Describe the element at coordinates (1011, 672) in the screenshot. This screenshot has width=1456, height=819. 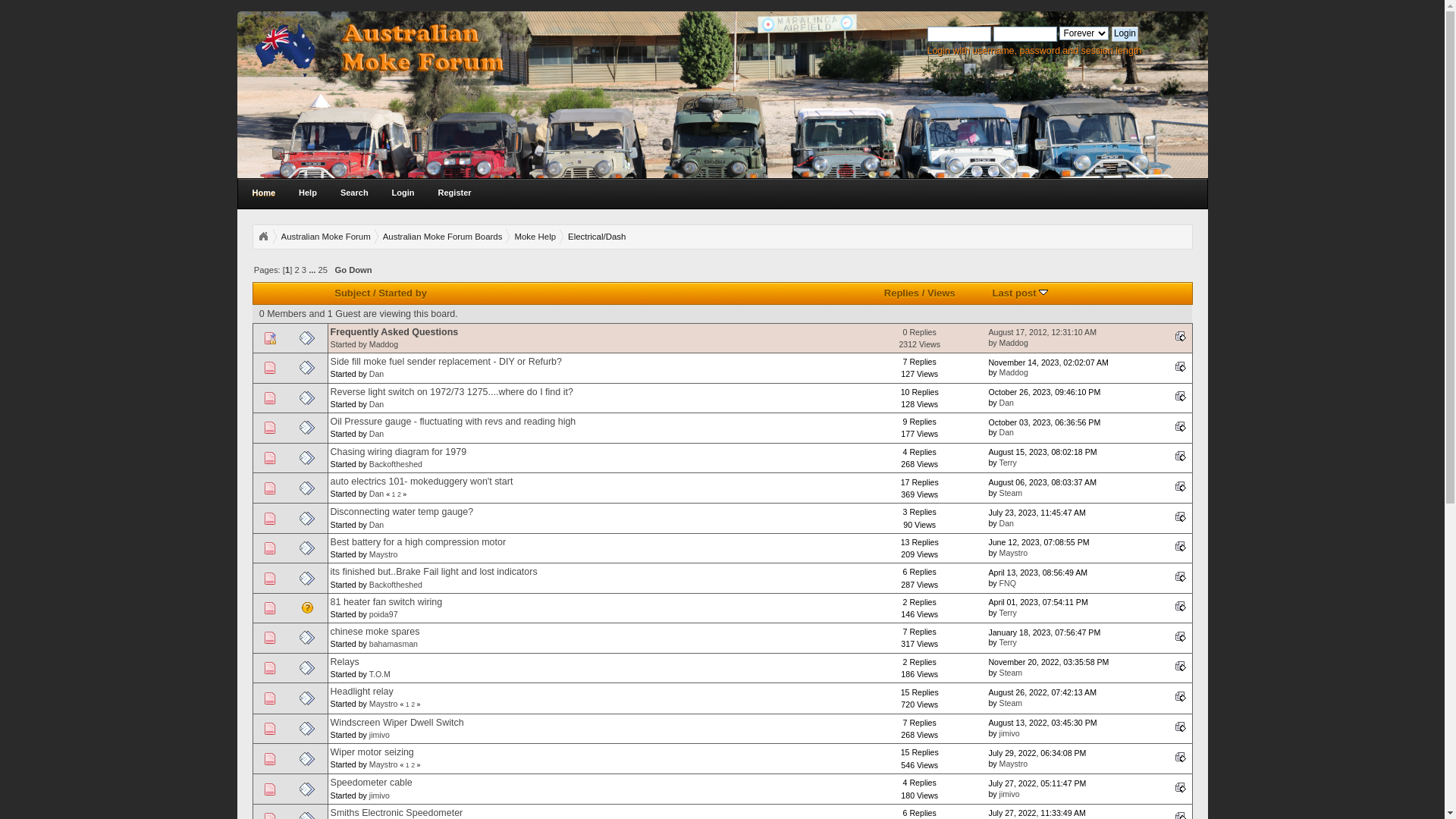
I see `'Steam'` at that location.